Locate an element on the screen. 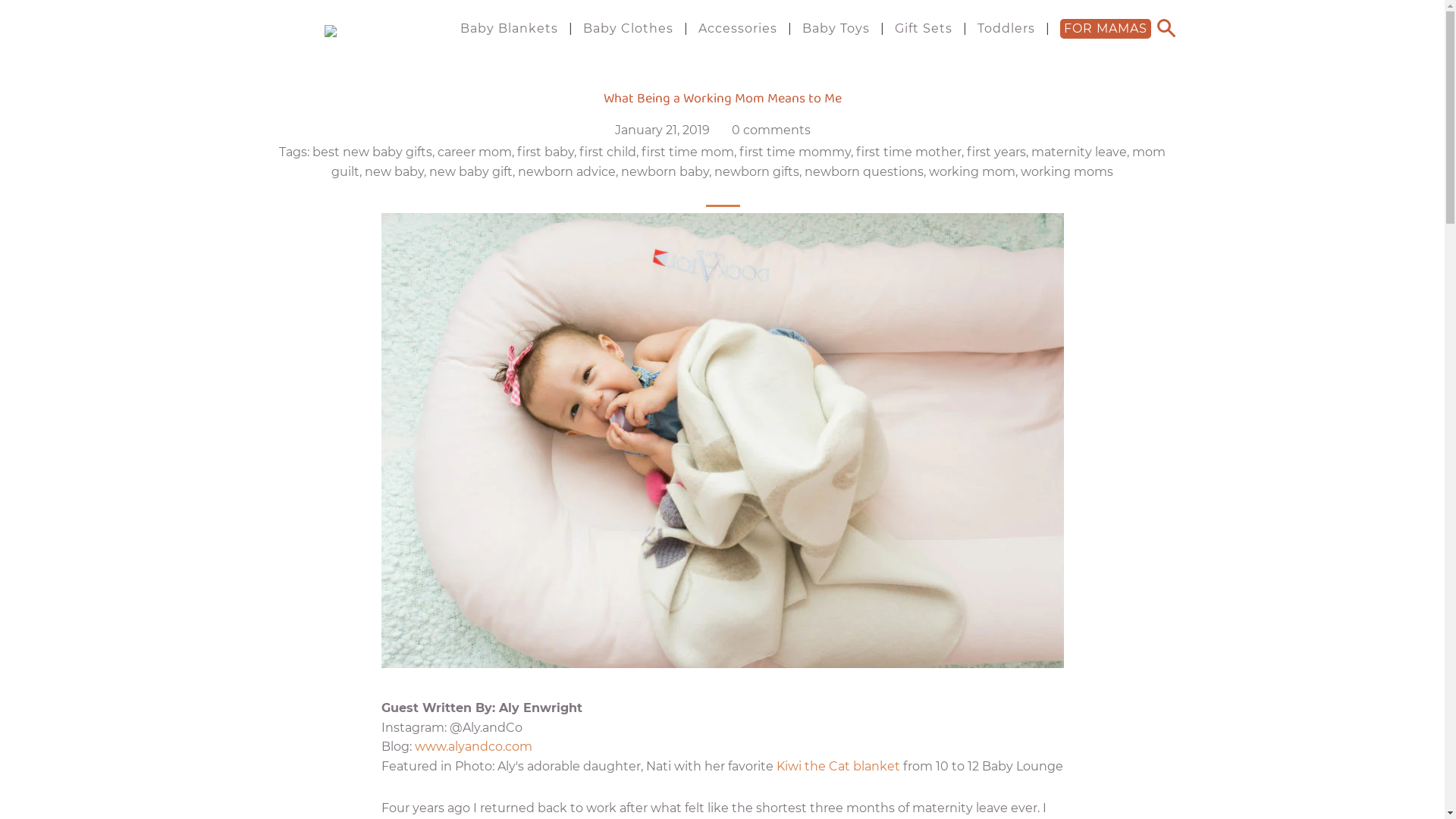 The width and height of the screenshot is (1456, 819). 'newborn baby' is located at coordinates (621, 171).